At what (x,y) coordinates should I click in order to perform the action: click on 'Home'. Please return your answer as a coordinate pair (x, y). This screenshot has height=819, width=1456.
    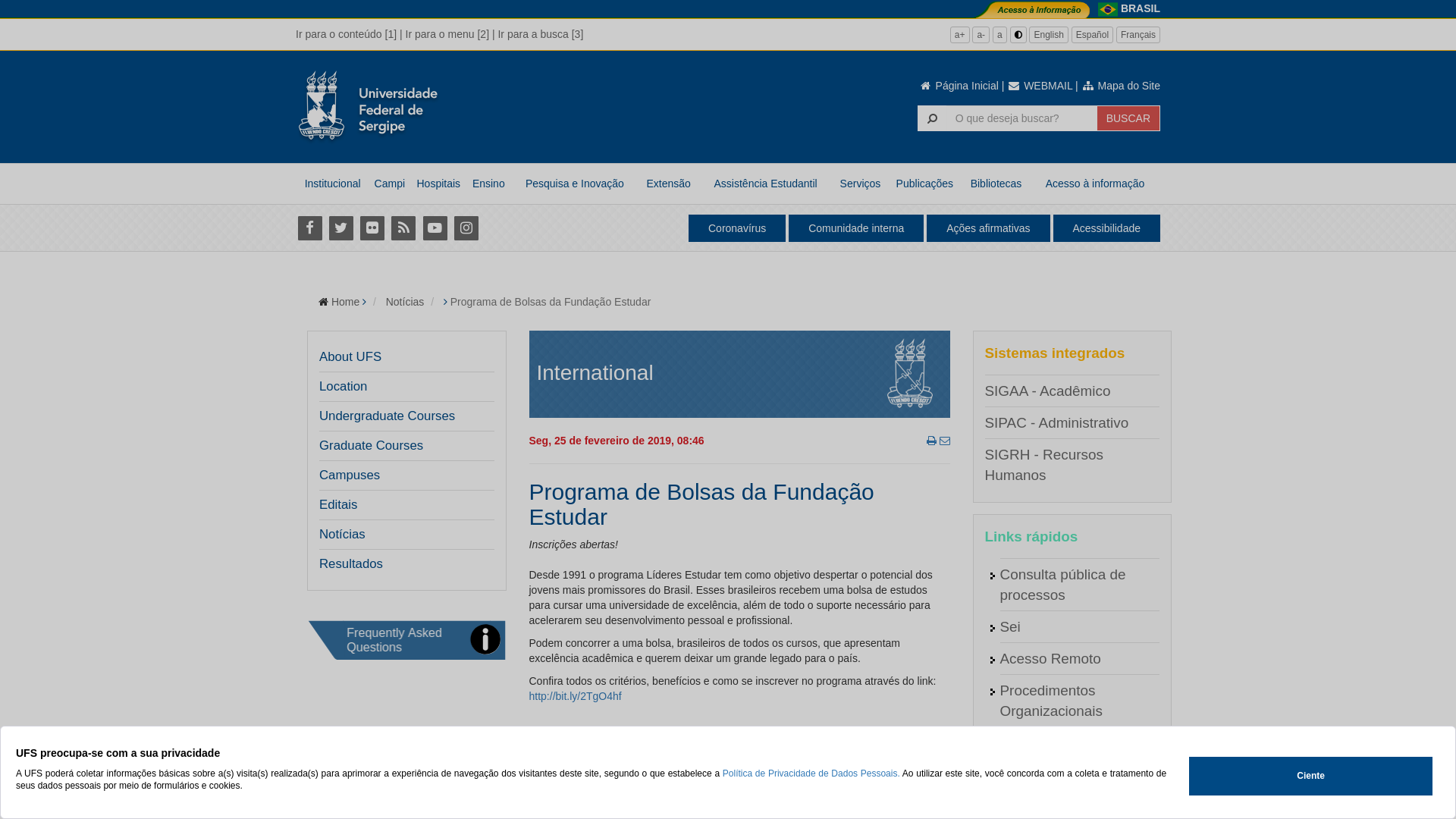
    Looking at the image, I should click on (344, 301).